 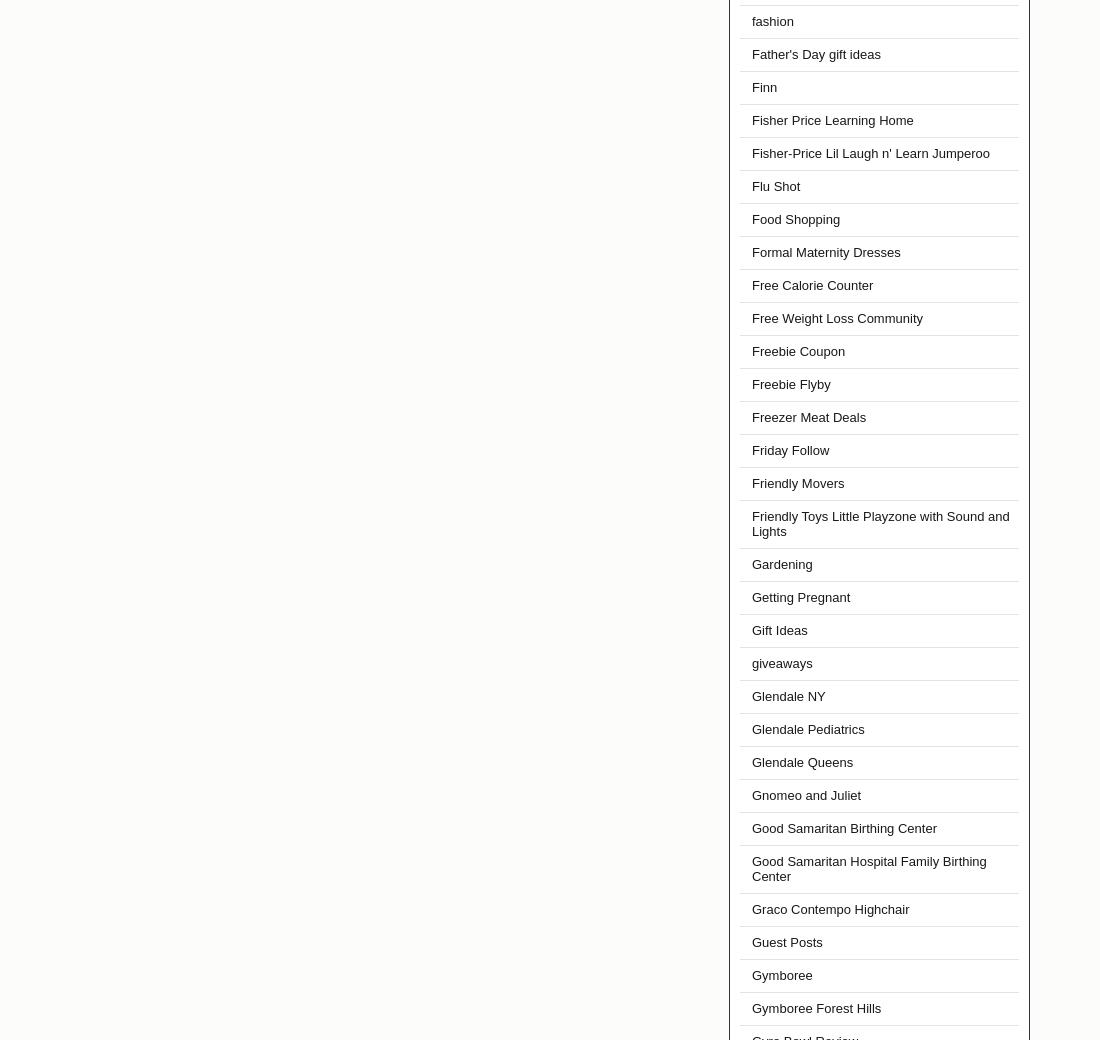 I want to click on 'Free Weight Loss Community', so click(x=750, y=317).